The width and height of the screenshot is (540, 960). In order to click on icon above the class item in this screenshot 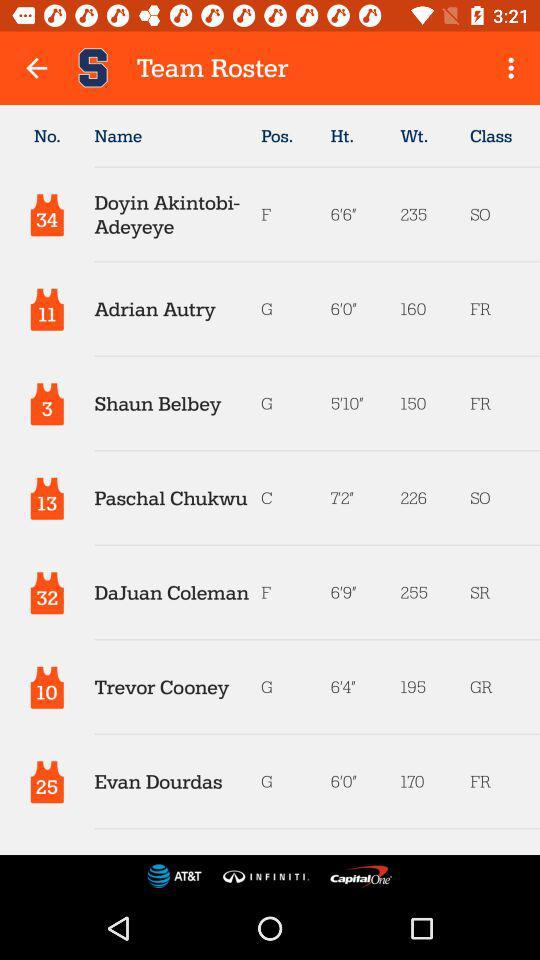, I will do `click(513, 68)`.